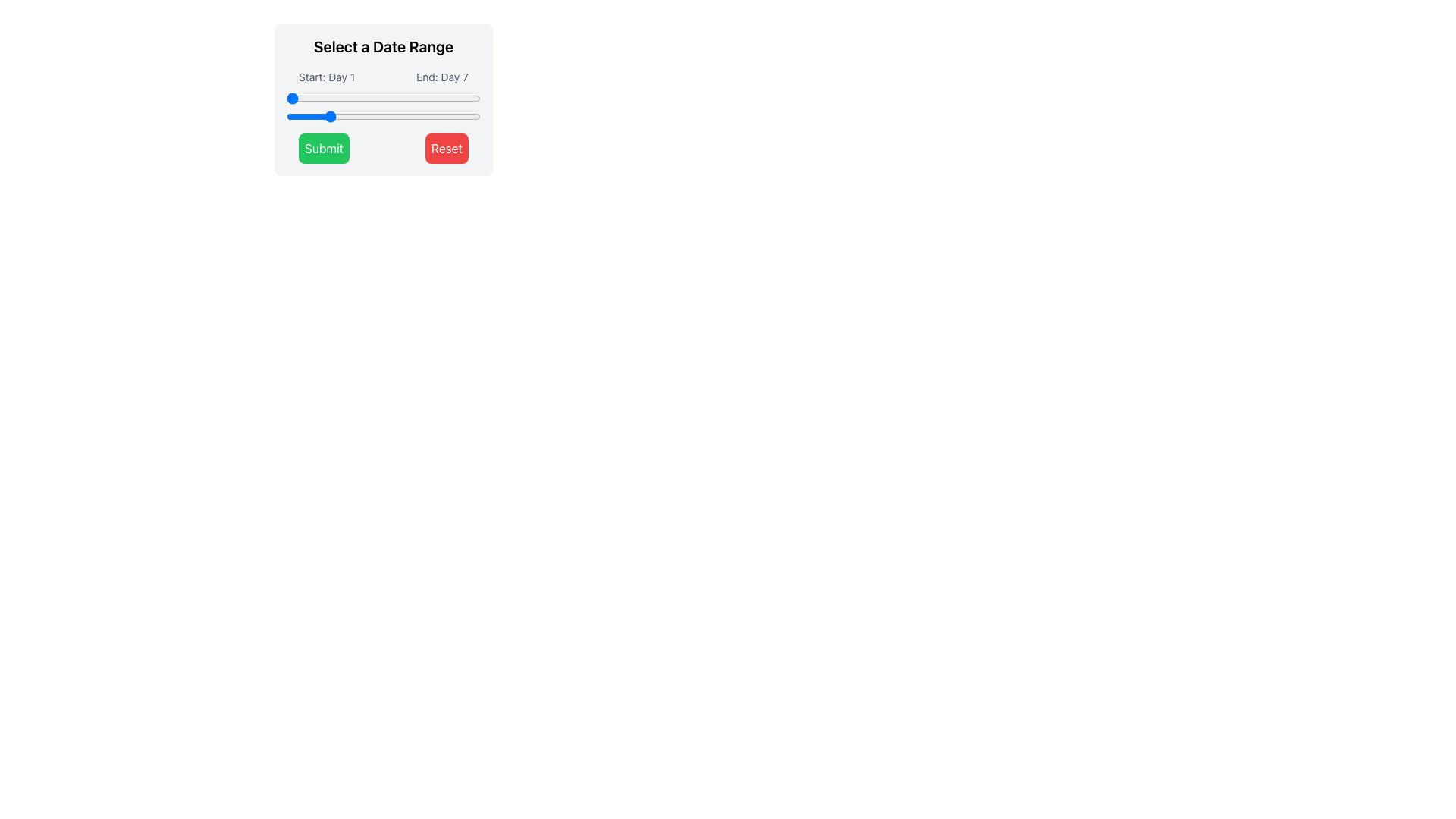 The height and width of the screenshot is (819, 1456). I want to click on the slider, so click(406, 116).